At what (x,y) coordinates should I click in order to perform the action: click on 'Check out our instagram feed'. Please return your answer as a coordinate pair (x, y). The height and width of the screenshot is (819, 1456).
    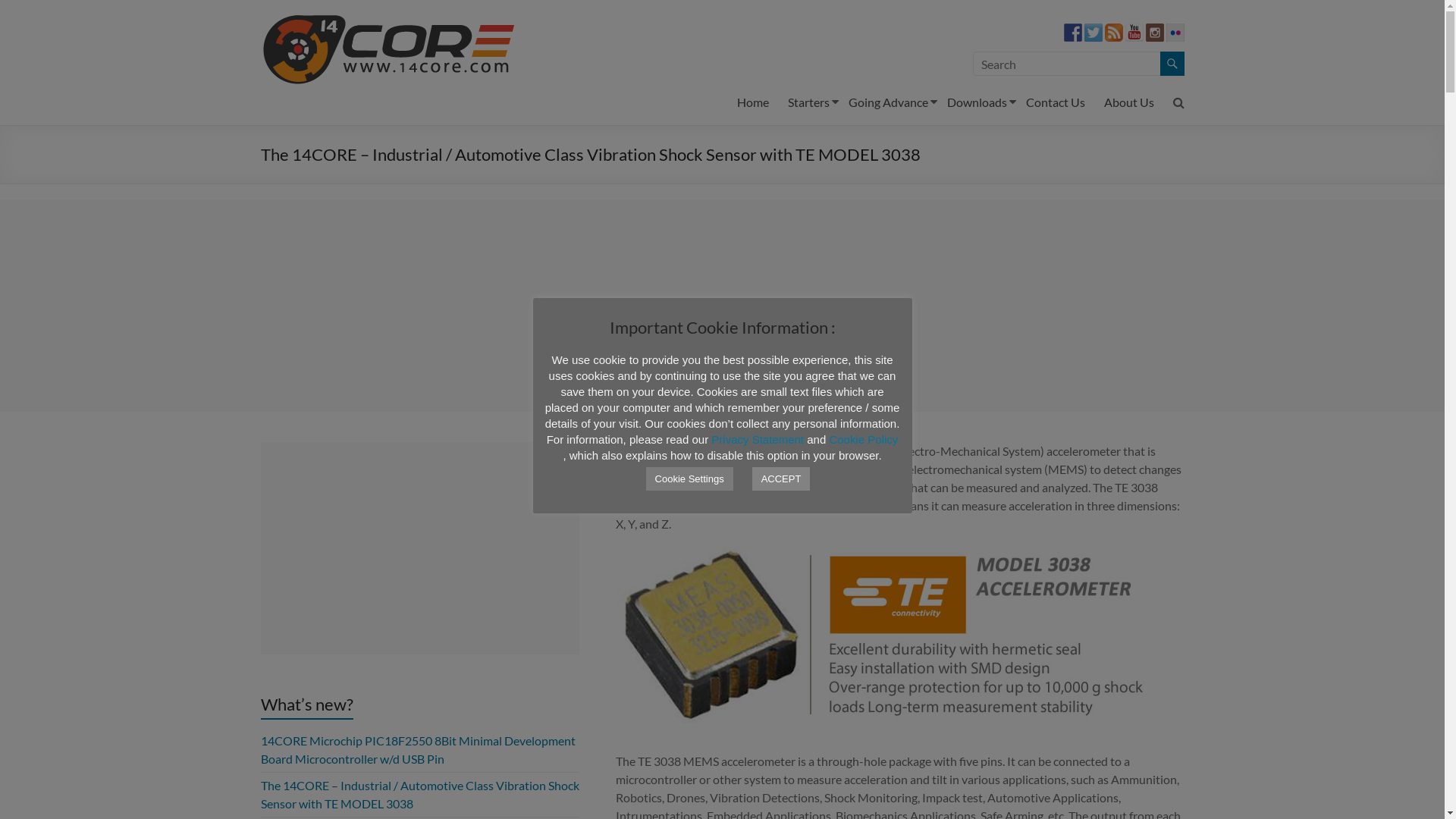
    Looking at the image, I should click on (1153, 32).